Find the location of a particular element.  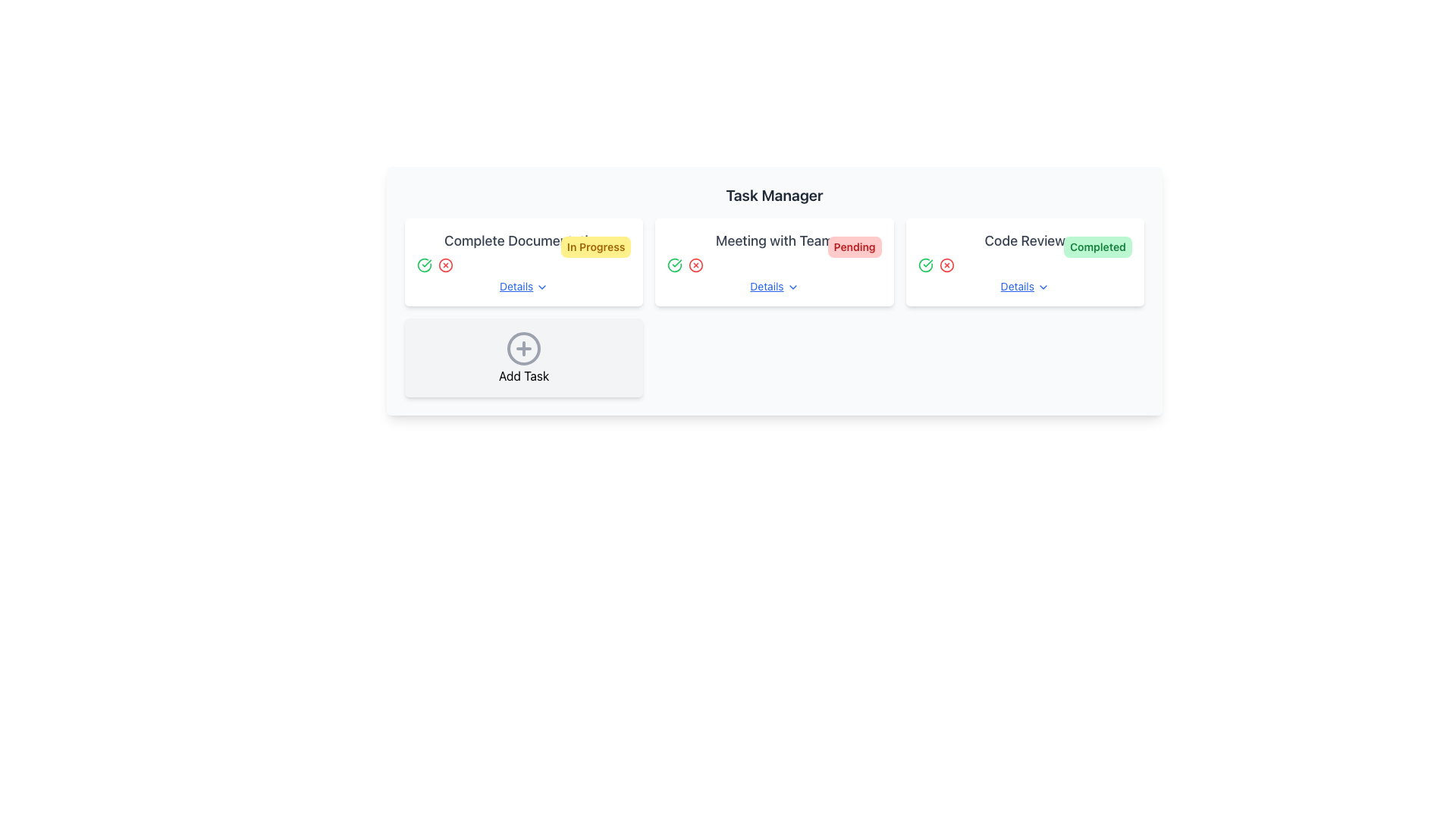

the text label element labeled 'Meeting with Team' which is styled with a large font size and light gray color, positioned at the top of the middle task card in the user interface is located at coordinates (774, 240).